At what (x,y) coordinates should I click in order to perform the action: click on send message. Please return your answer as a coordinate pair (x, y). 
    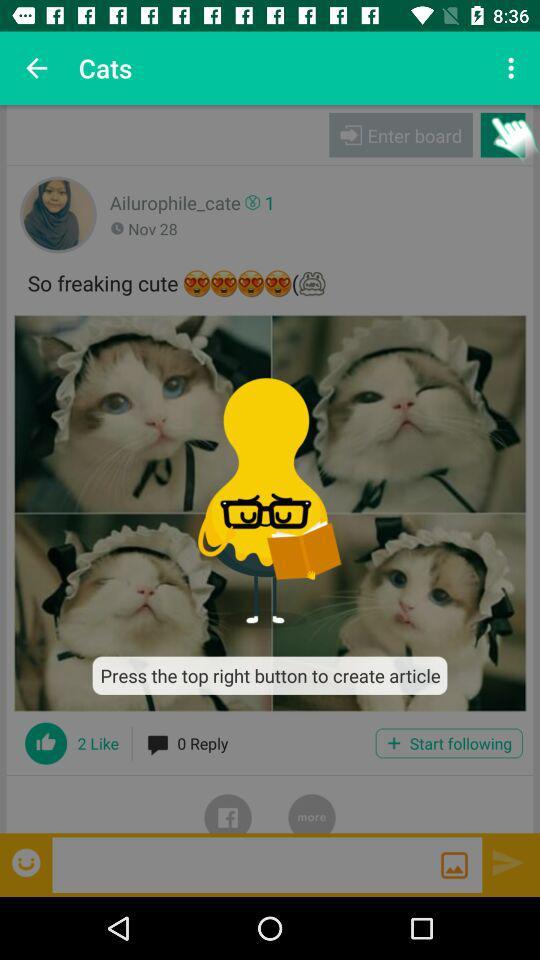
    Looking at the image, I should click on (508, 861).